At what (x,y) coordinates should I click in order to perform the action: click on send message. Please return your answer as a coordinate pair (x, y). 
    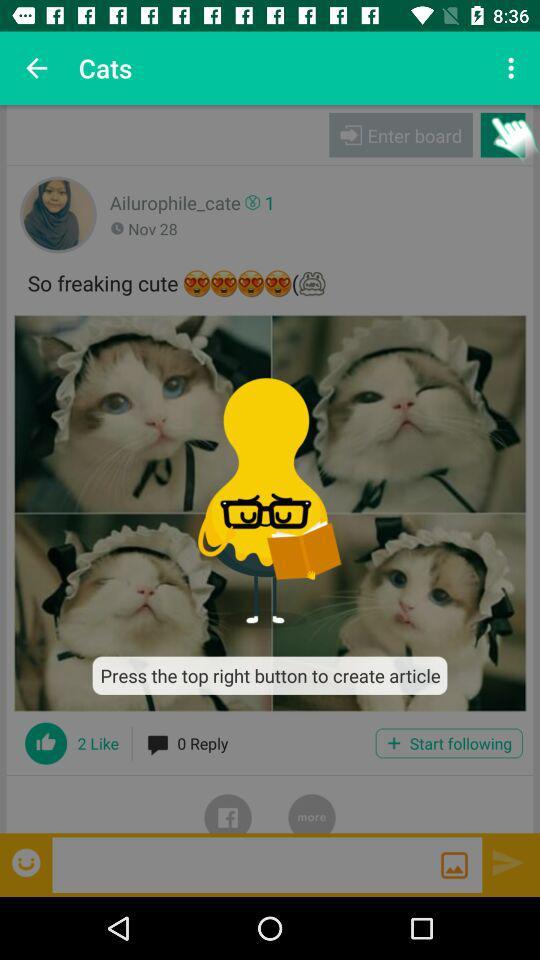
    Looking at the image, I should click on (508, 861).